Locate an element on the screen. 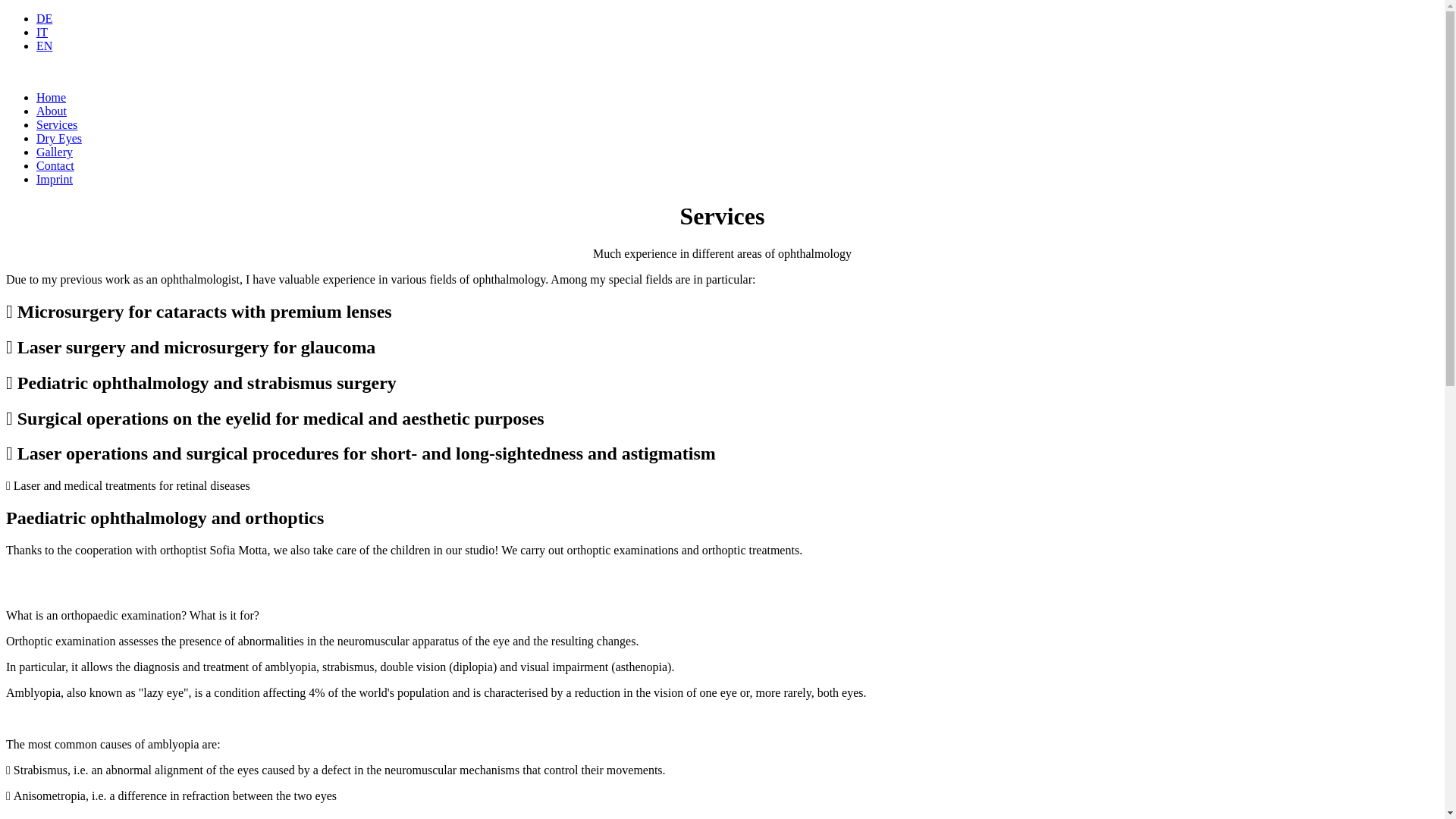 The image size is (1456, 819). 'About' is located at coordinates (36, 110).